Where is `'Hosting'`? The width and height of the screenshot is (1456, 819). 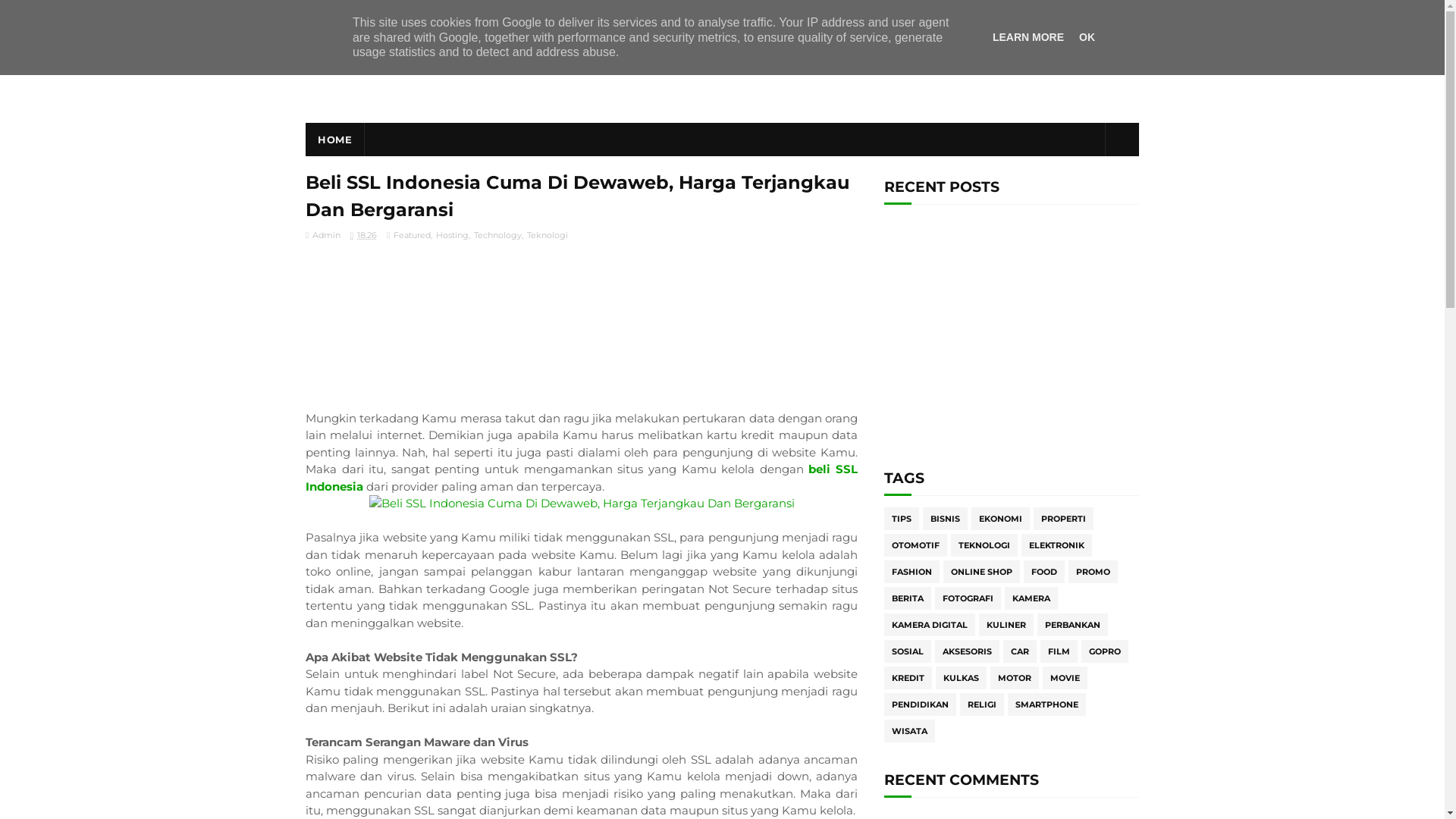 'Hosting' is located at coordinates (450, 234).